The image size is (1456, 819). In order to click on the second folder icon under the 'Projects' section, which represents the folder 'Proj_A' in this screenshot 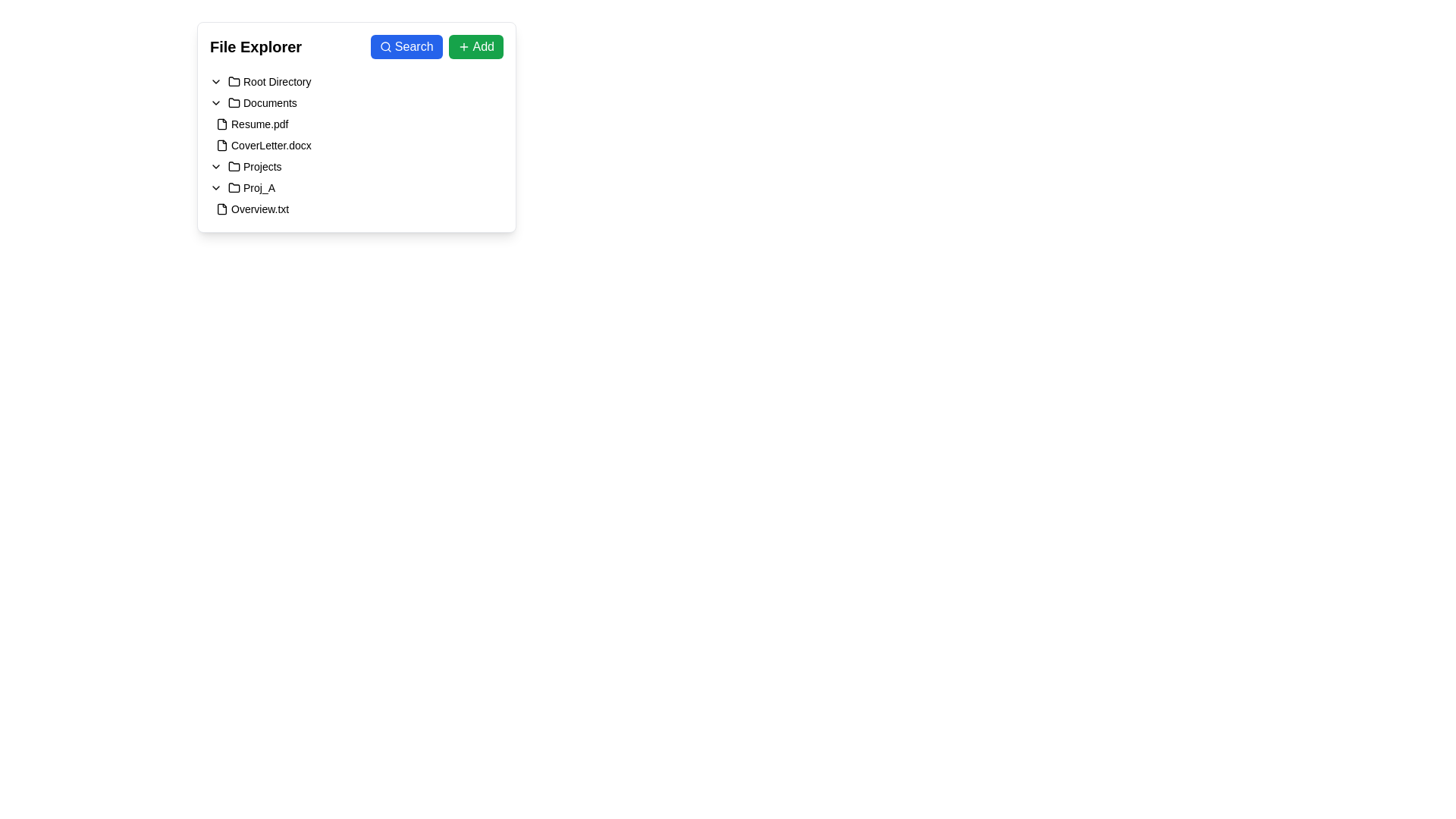, I will do `click(233, 187)`.